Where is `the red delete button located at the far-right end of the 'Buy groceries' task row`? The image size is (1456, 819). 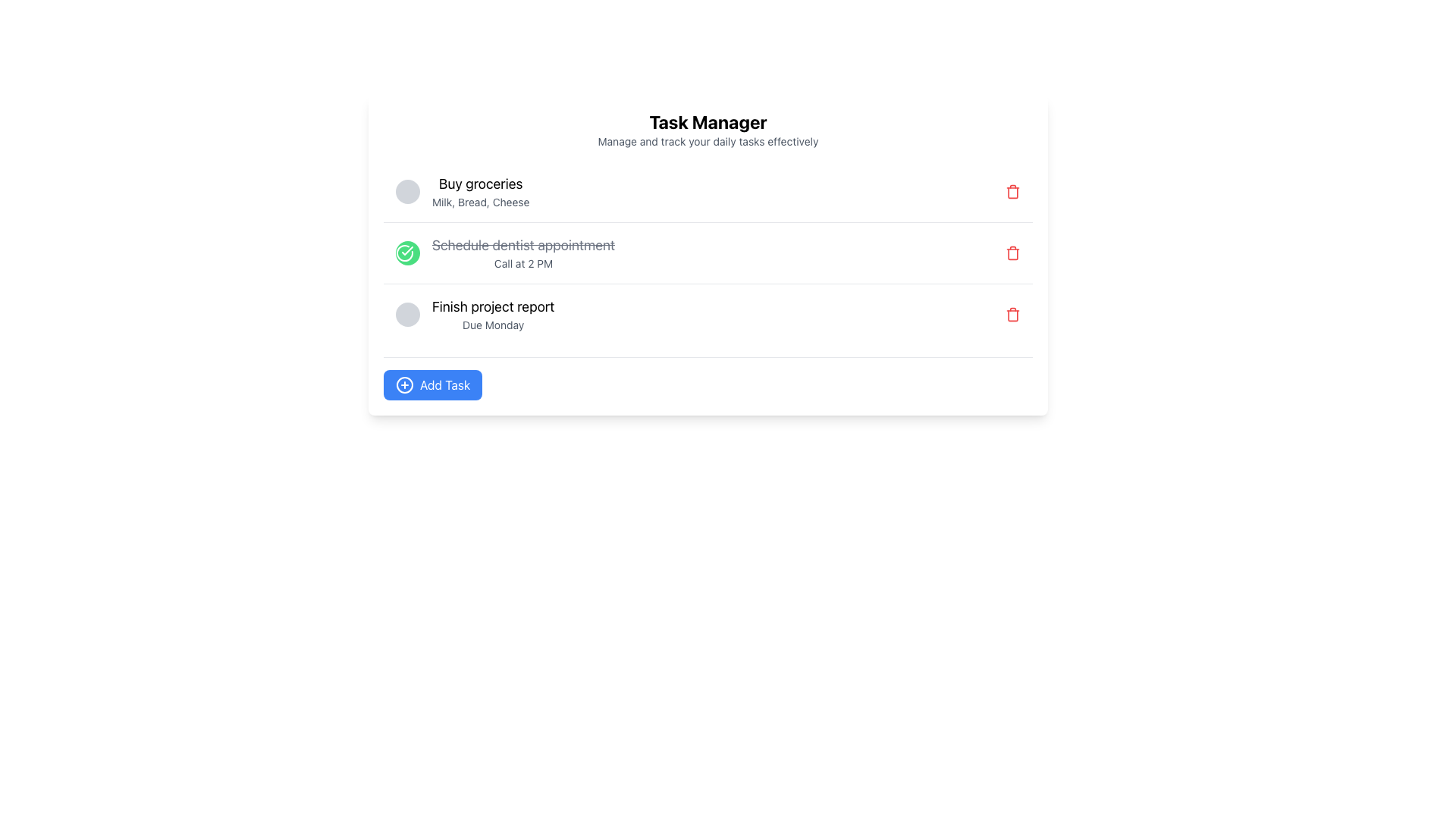 the red delete button located at the far-right end of the 'Buy groceries' task row is located at coordinates (1012, 191).